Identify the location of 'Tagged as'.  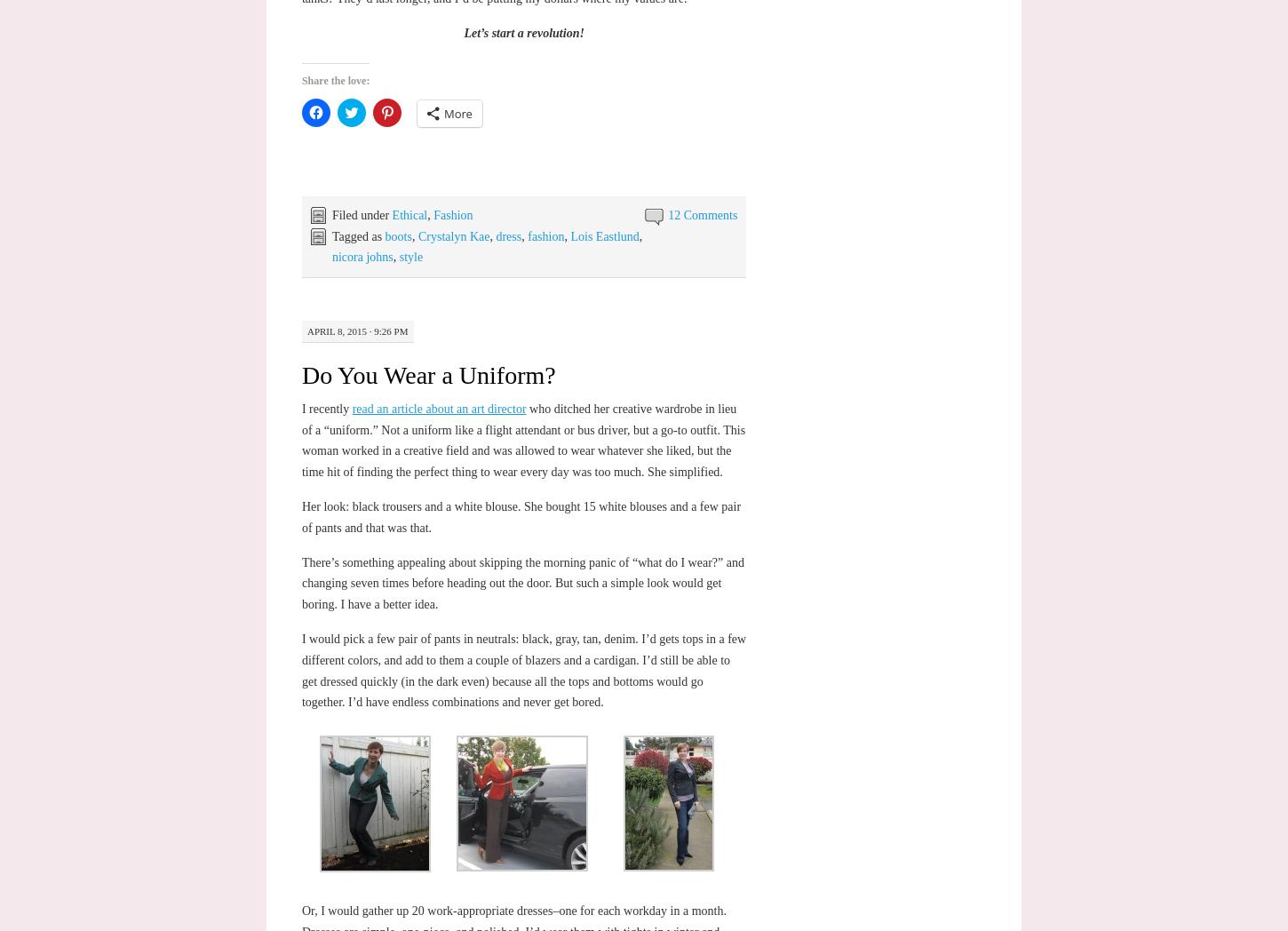
(356, 235).